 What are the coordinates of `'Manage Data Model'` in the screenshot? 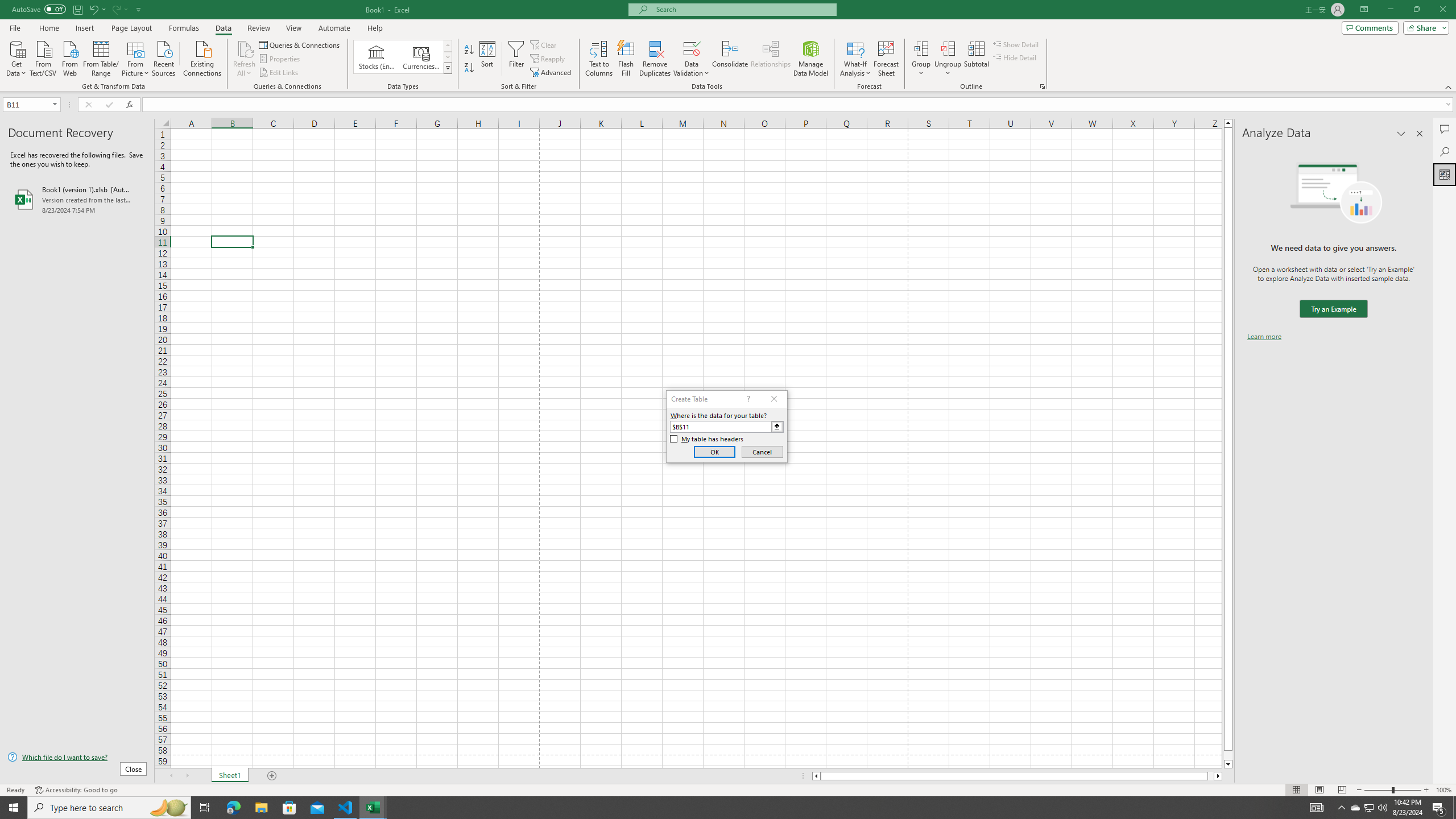 It's located at (810, 59).